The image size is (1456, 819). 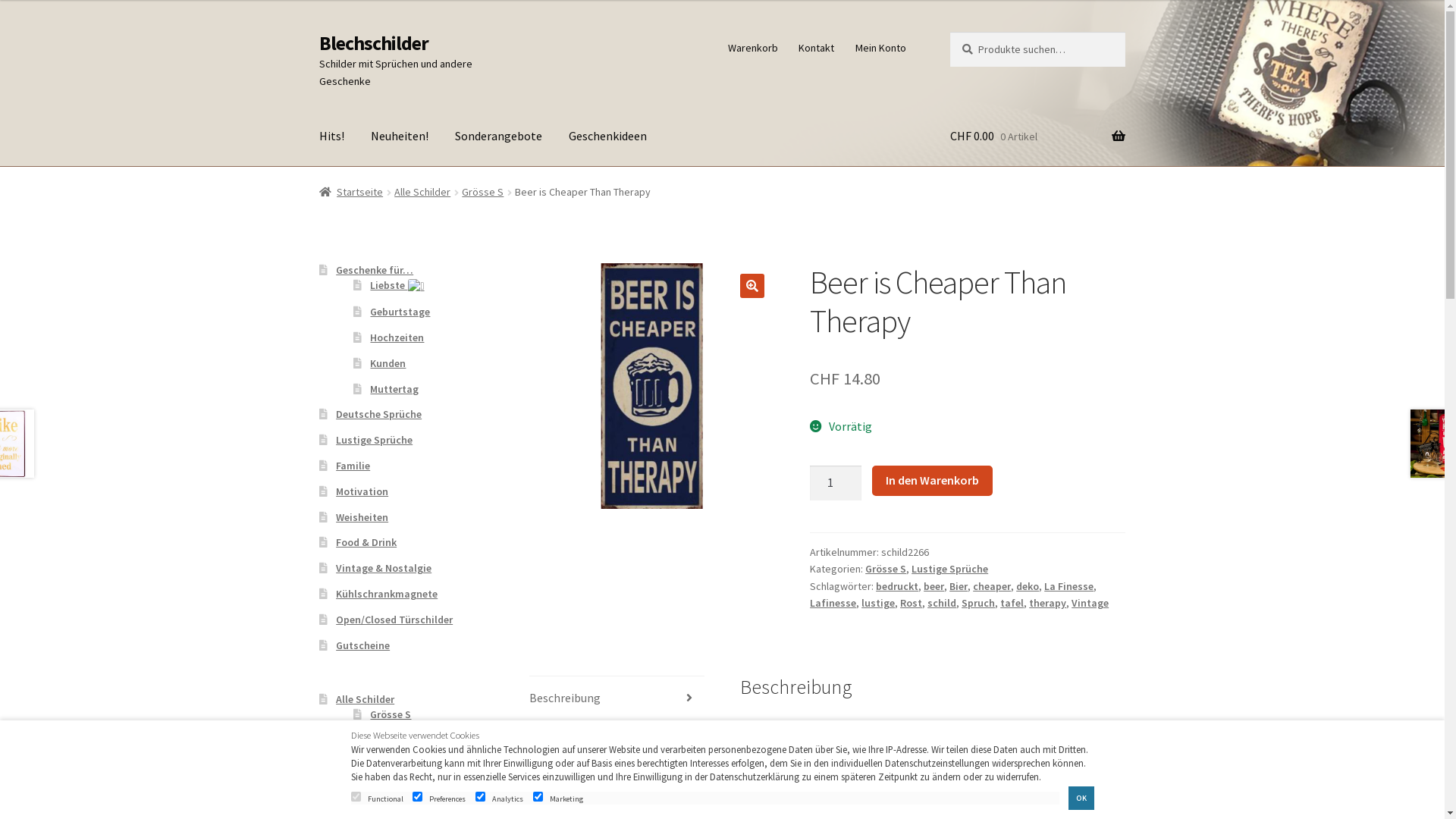 I want to click on 'Zur Navigation springen', so click(x=318, y=31).